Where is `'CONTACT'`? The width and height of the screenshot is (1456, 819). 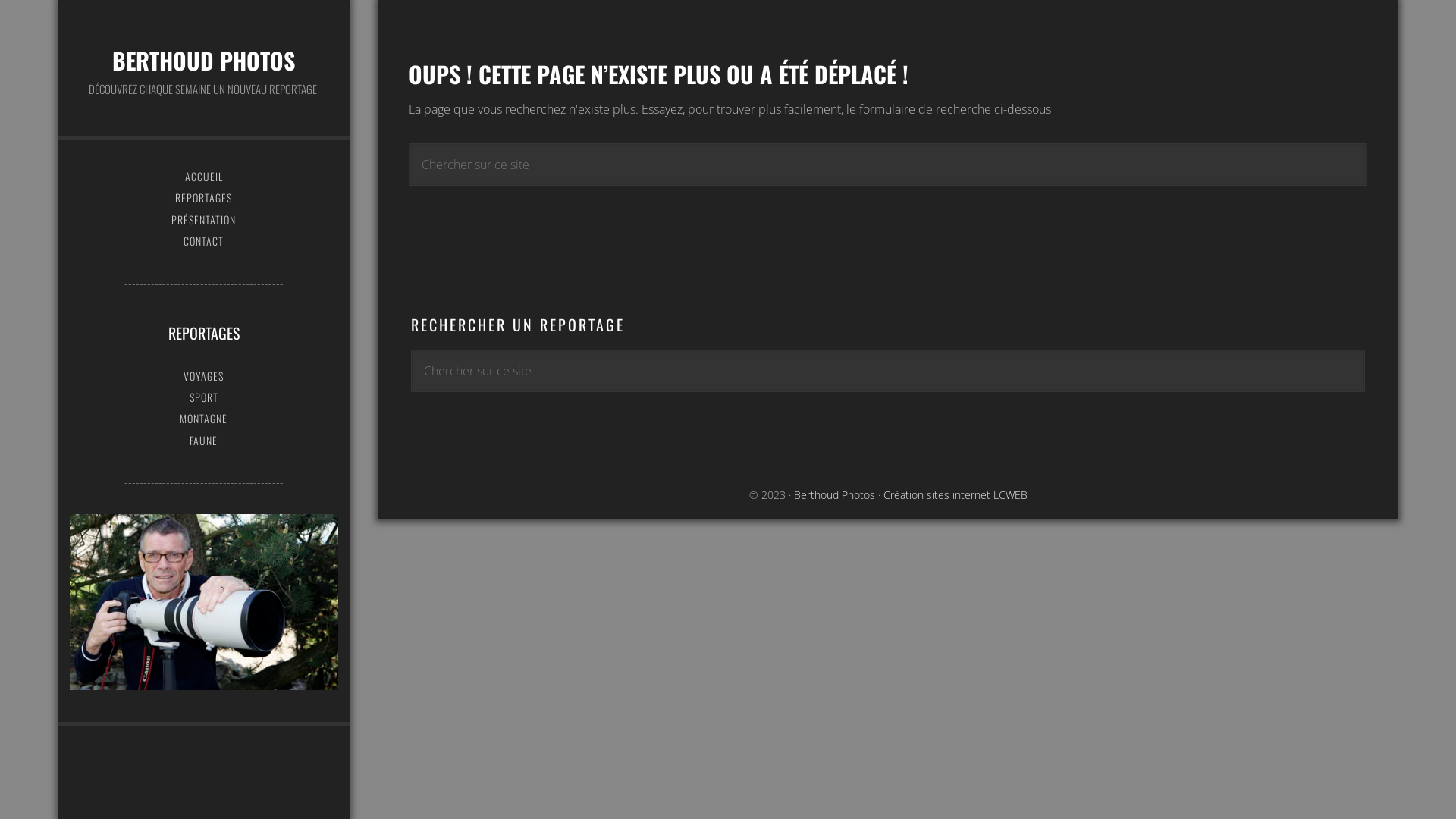
'CONTACT' is located at coordinates (202, 240).